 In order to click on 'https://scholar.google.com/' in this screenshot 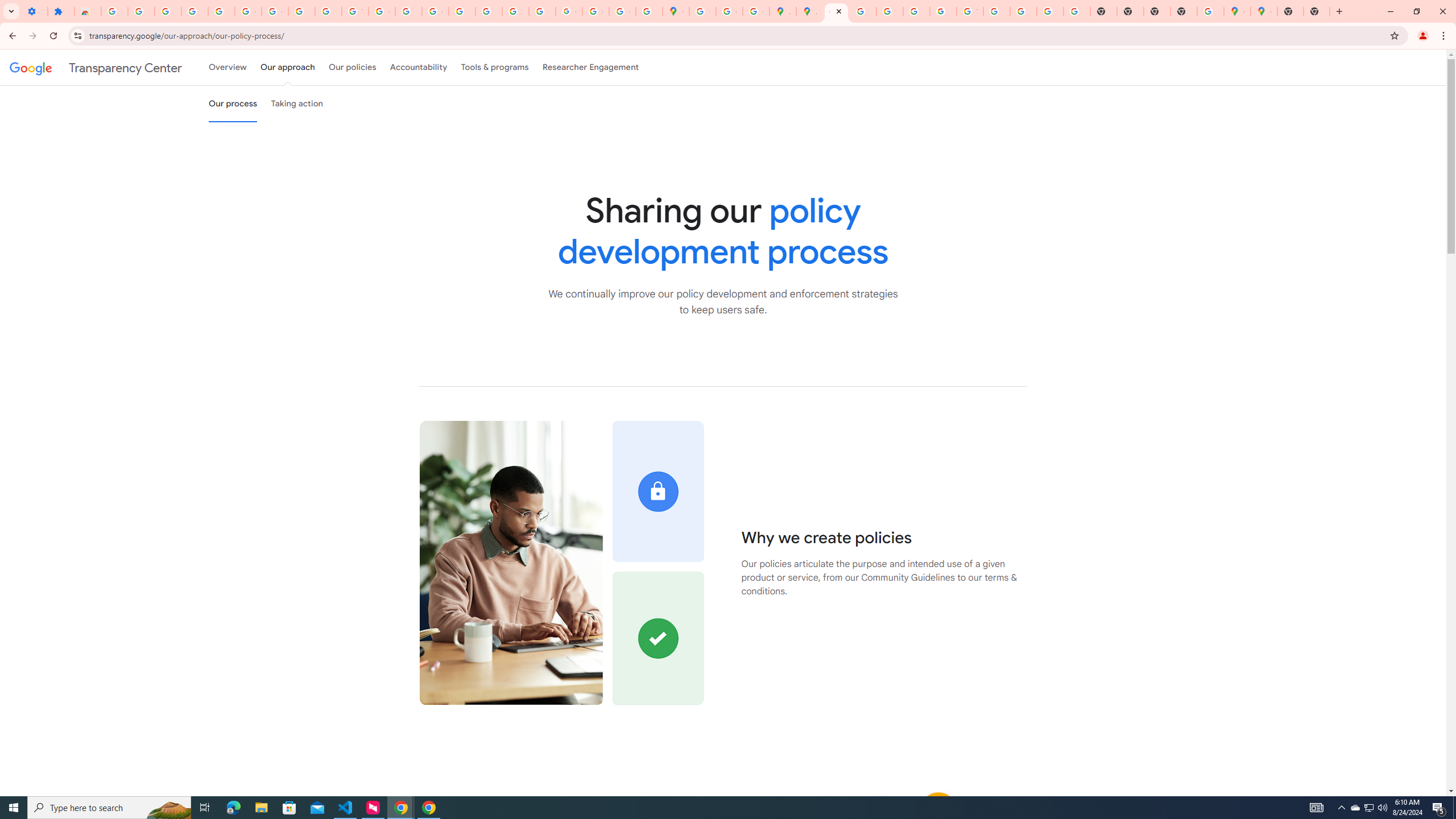, I will do `click(408, 11)`.